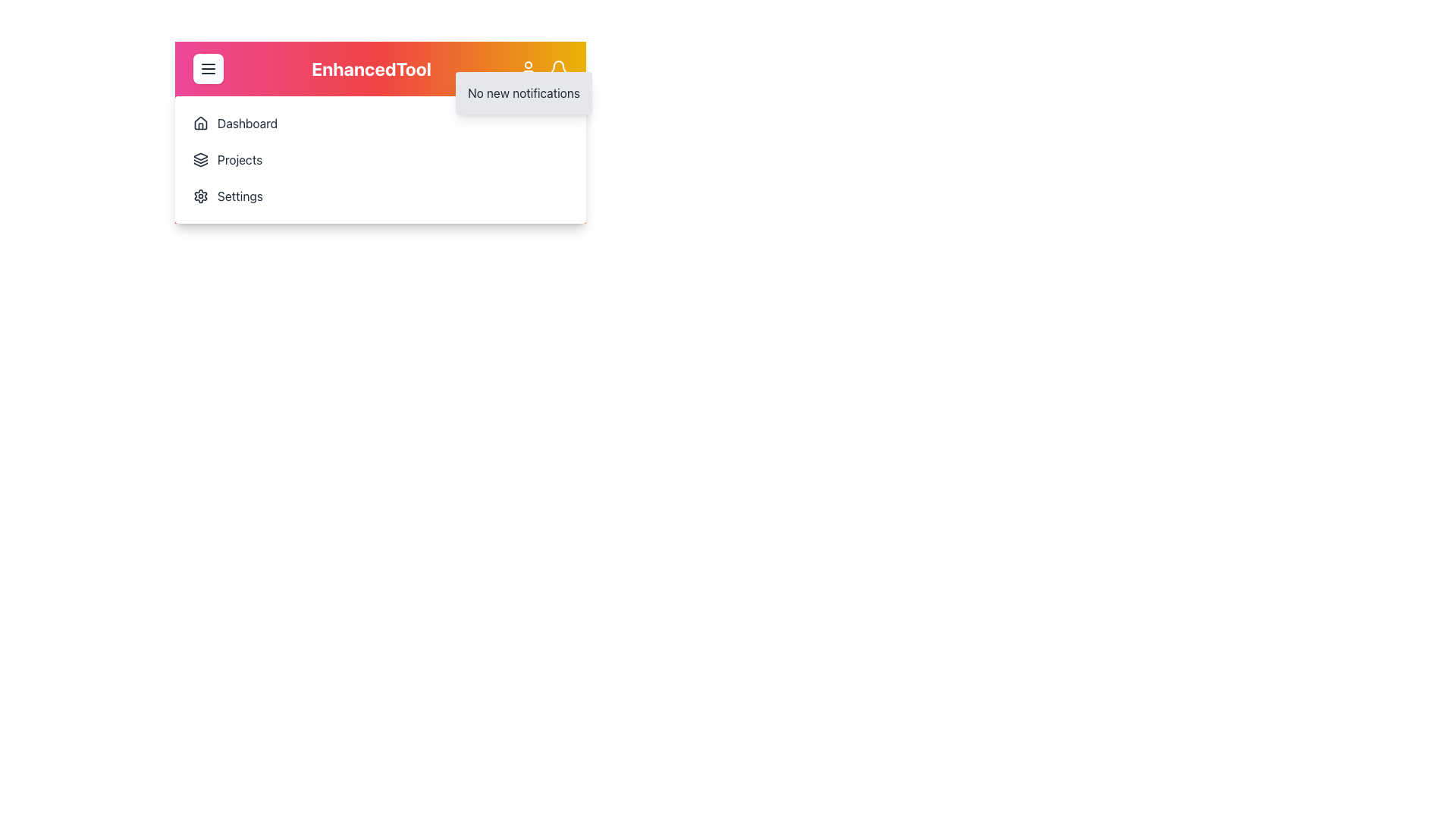  I want to click on the house icon that is located to the left of the 'Dashboard' text, which is styled with a simplified outline design and presented in black strokes, so click(199, 122).